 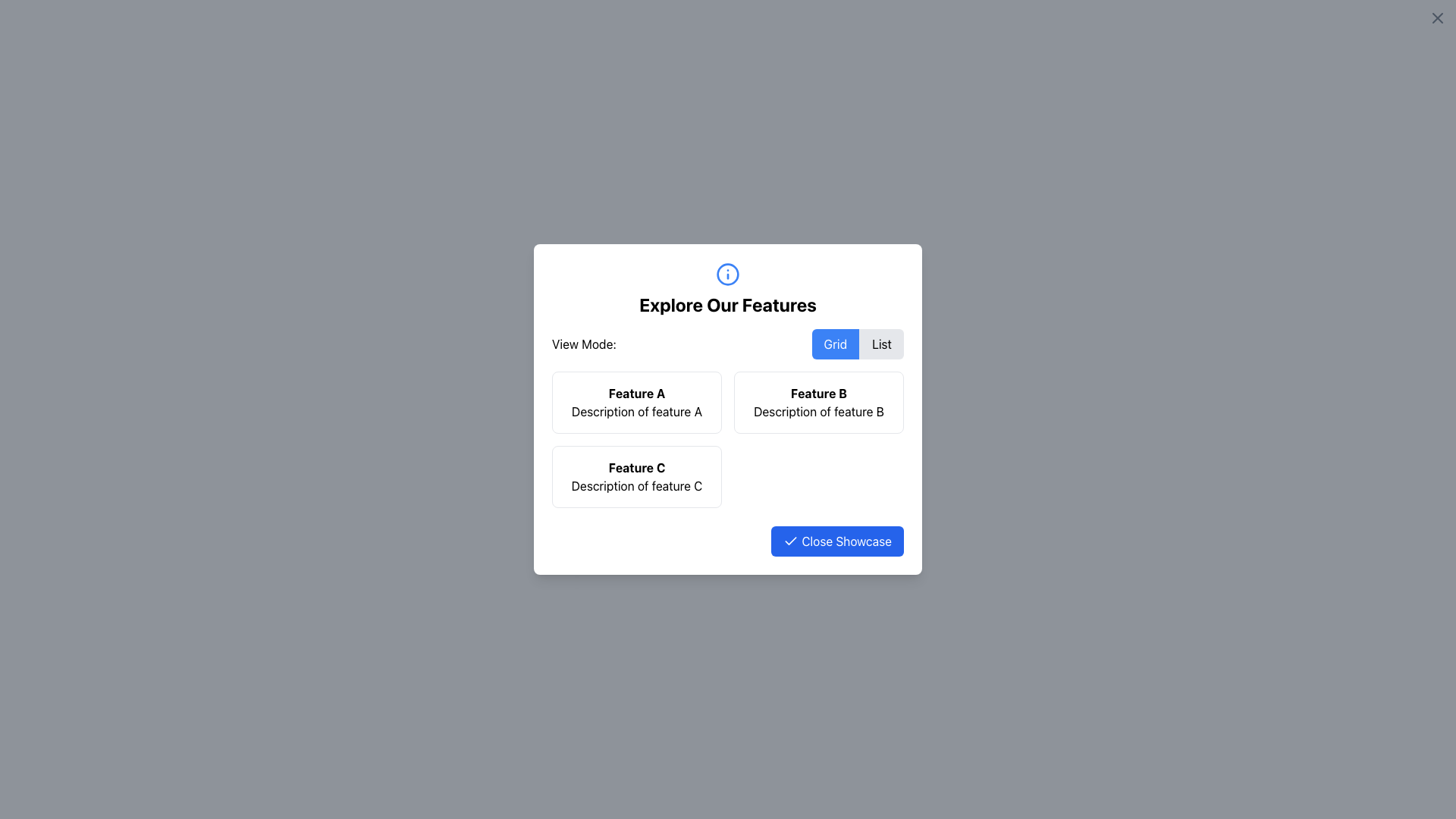 I want to click on the Information card with the bold text 'Feature B' and the description 'Description of feature B' located in the second column under 'Explore Our Features', so click(x=818, y=402).